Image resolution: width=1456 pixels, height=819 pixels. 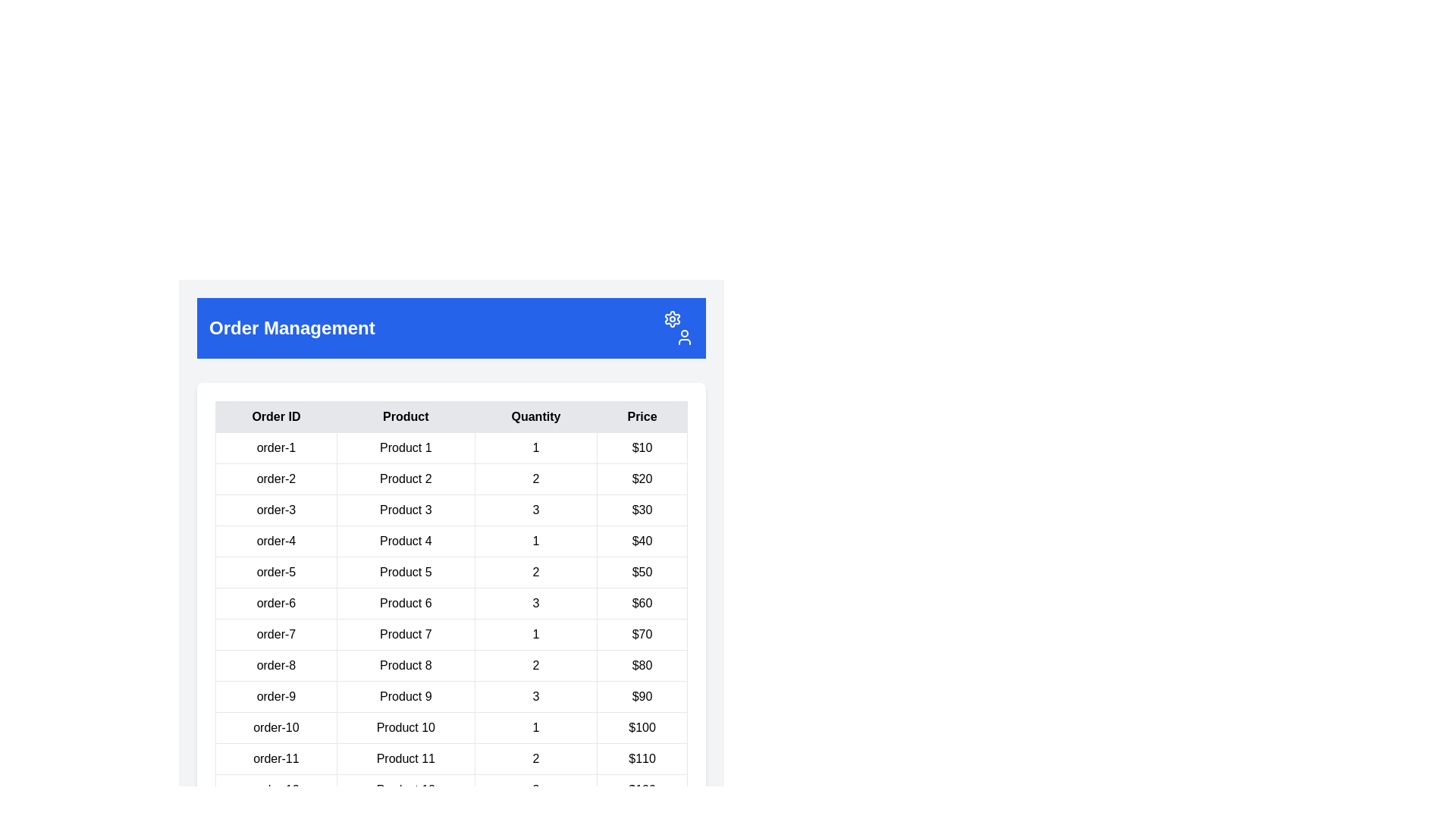 I want to click on the table cell, so click(x=406, y=635).